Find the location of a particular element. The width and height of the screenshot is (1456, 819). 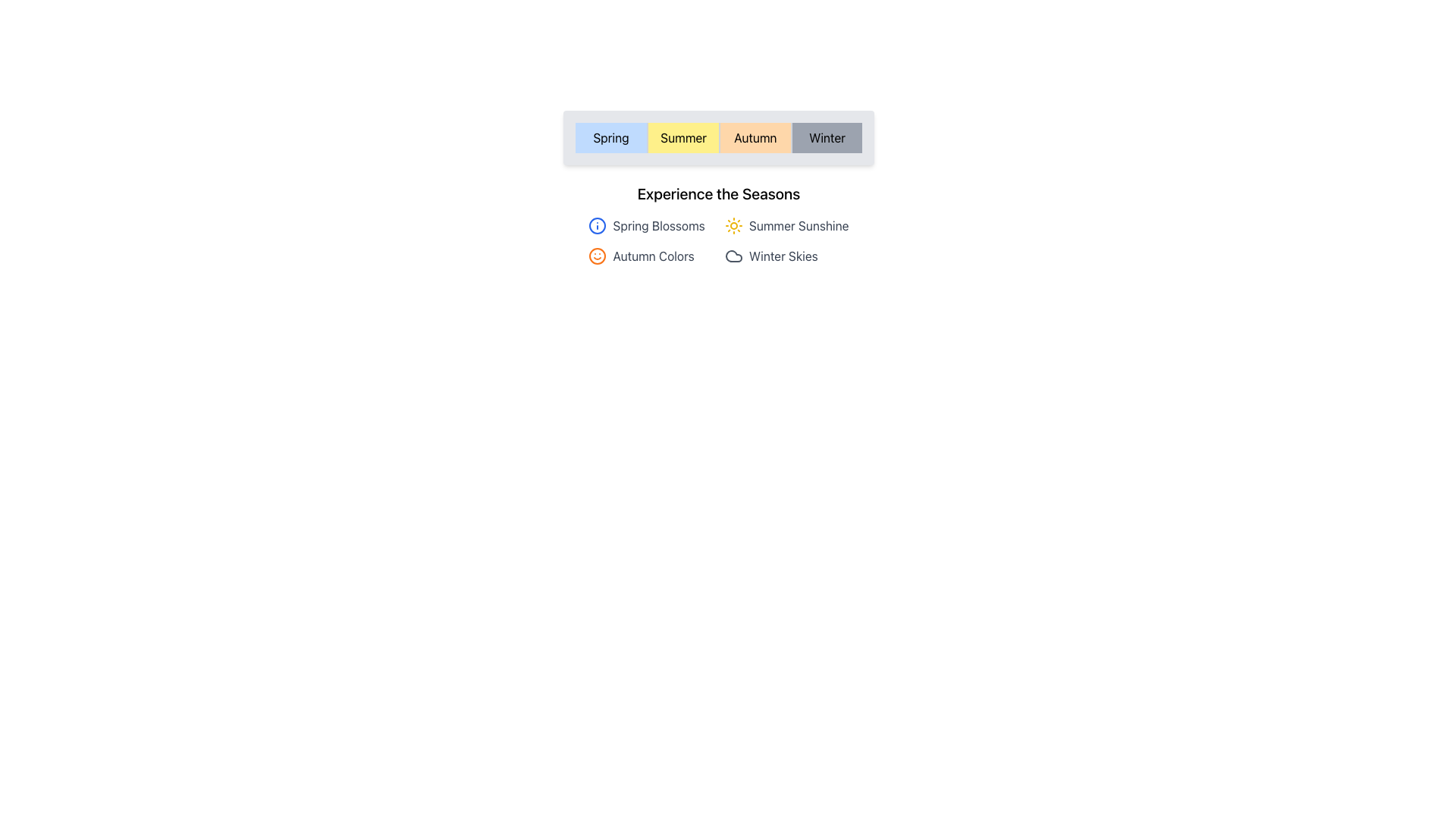

the 'Winter' button, which is the last button in a horizontal row of four season-named buttons is located at coordinates (826, 137).